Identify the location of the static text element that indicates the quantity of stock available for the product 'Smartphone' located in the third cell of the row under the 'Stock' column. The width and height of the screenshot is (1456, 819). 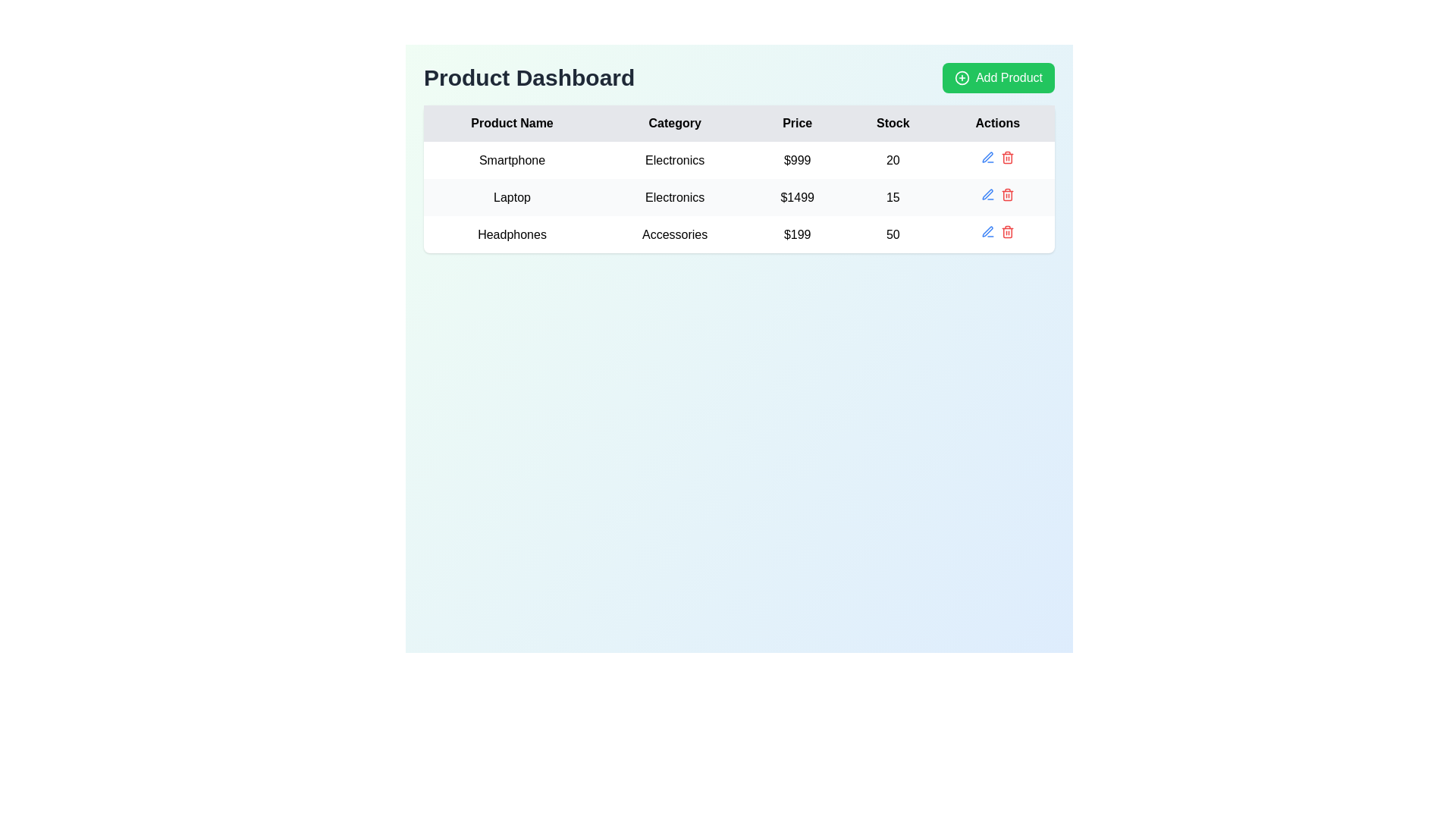
(893, 160).